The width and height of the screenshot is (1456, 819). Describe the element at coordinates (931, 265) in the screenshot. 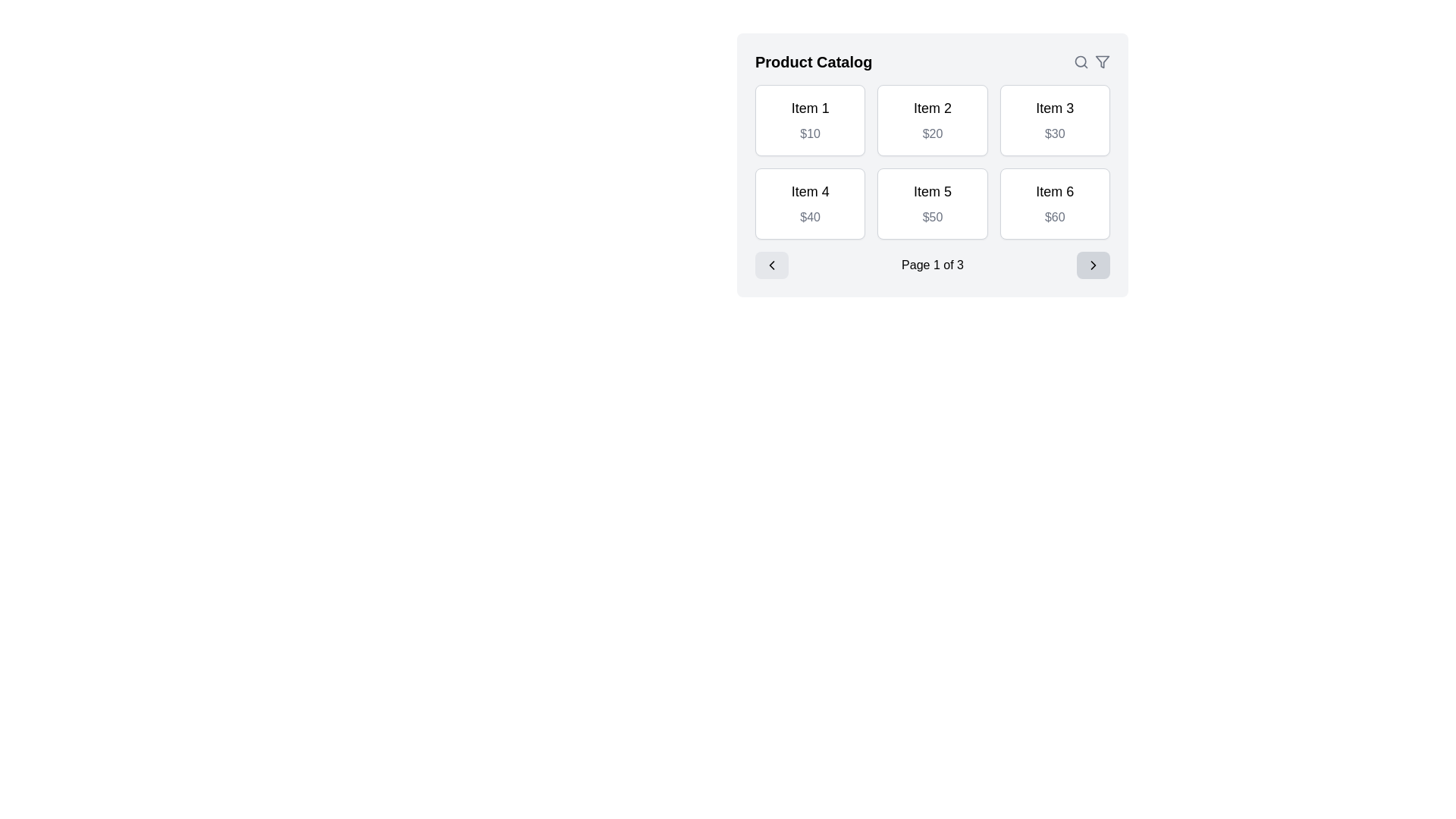

I see `the text label displaying 'Page 1 of 3'` at that location.